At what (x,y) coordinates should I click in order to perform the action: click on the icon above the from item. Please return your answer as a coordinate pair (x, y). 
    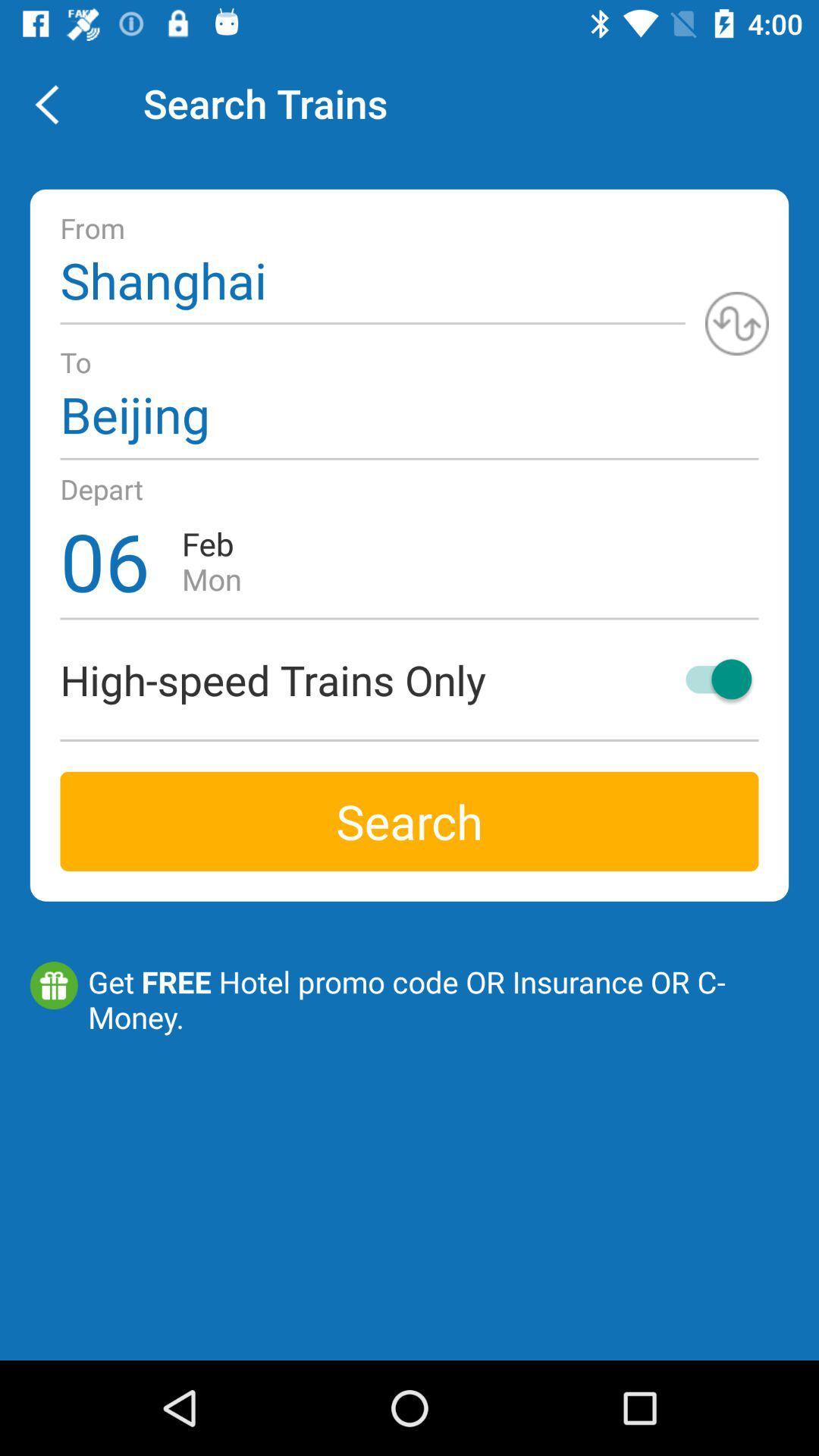
    Looking at the image, I should click on (55, 102).